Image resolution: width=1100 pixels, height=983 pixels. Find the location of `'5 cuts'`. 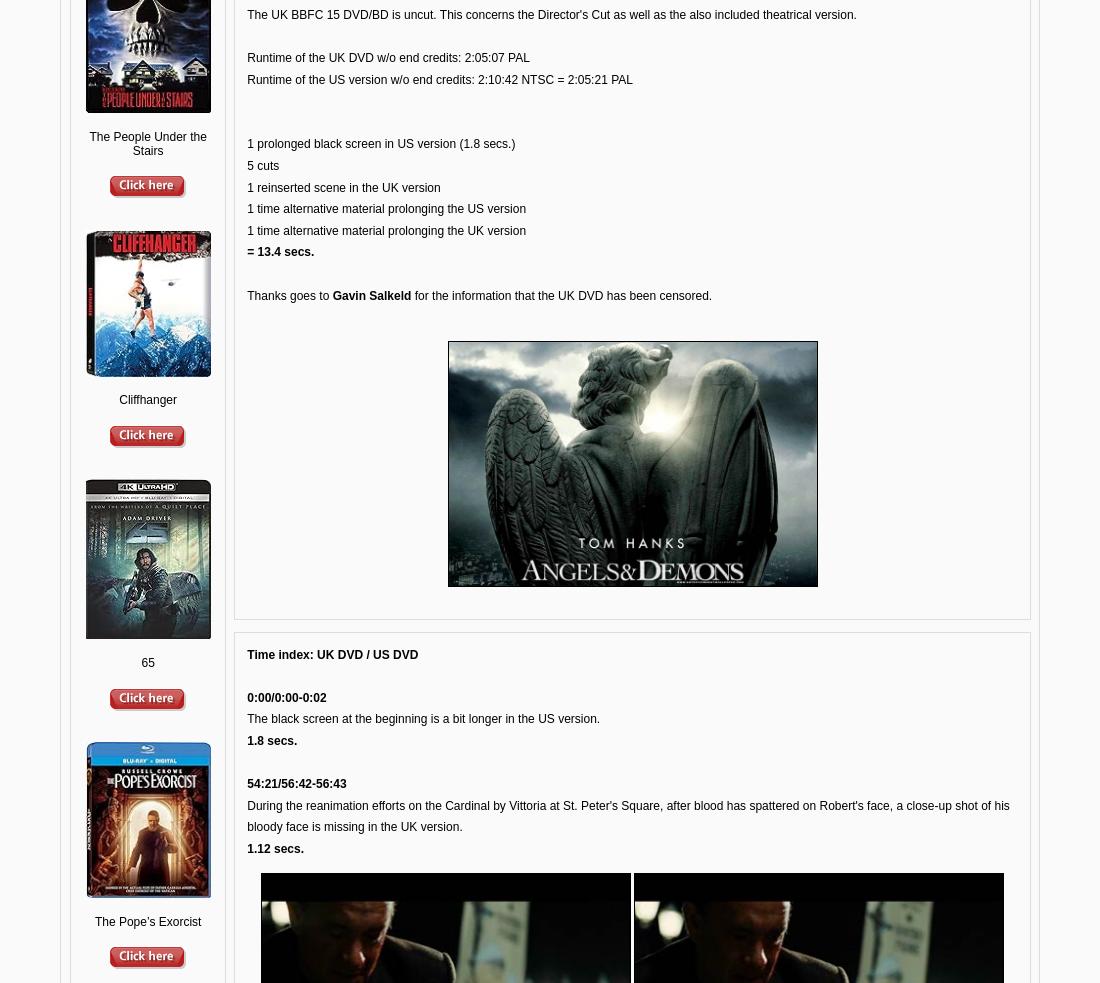

'5 cuts' is located at coordinates (263, 166).